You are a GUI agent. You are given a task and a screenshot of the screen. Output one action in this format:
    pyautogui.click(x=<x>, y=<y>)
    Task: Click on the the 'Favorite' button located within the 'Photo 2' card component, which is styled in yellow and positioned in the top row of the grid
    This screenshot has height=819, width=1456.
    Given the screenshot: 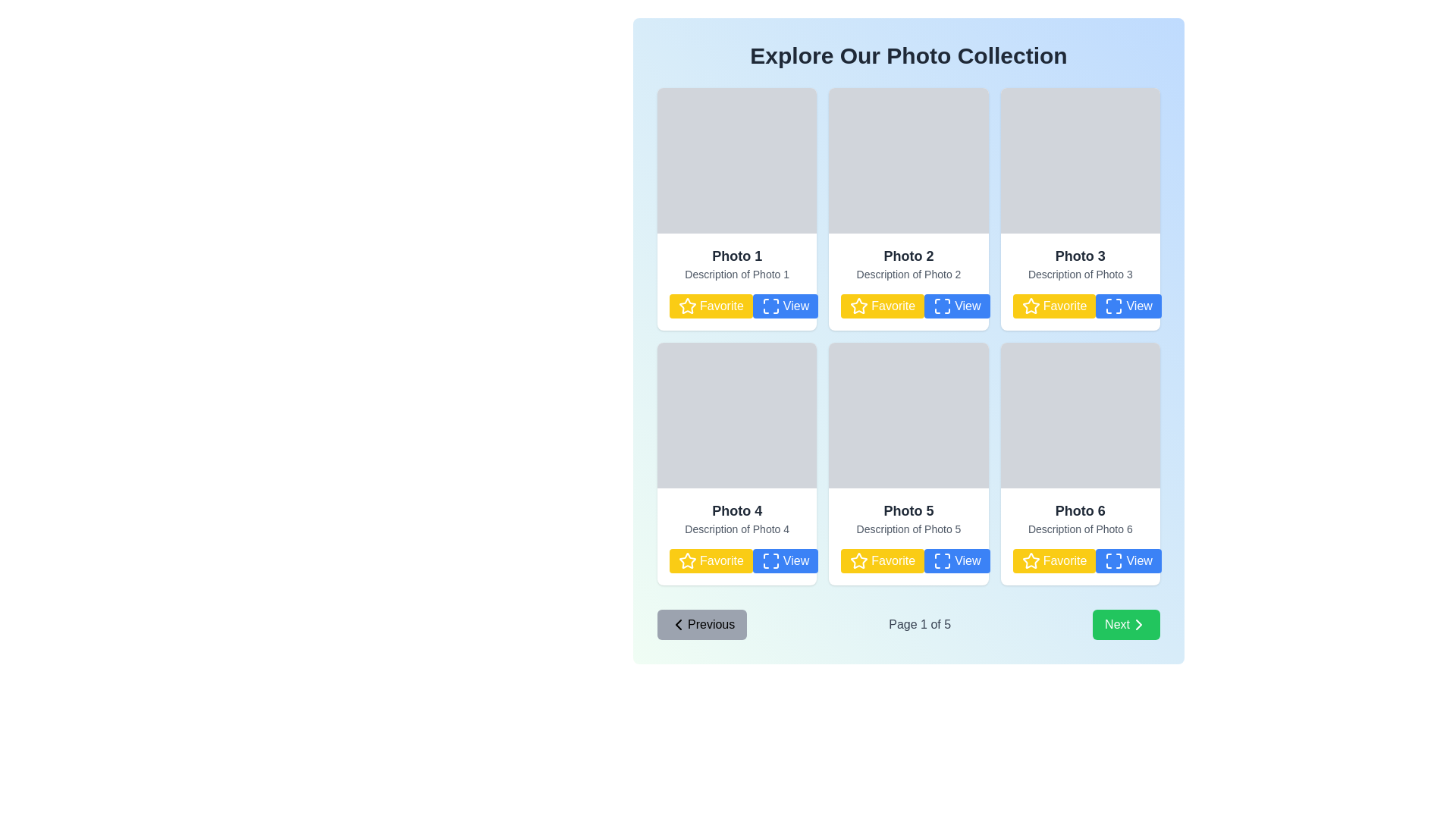 What is the action you would take?
    pyautogui.click(x=908, y=281)
    